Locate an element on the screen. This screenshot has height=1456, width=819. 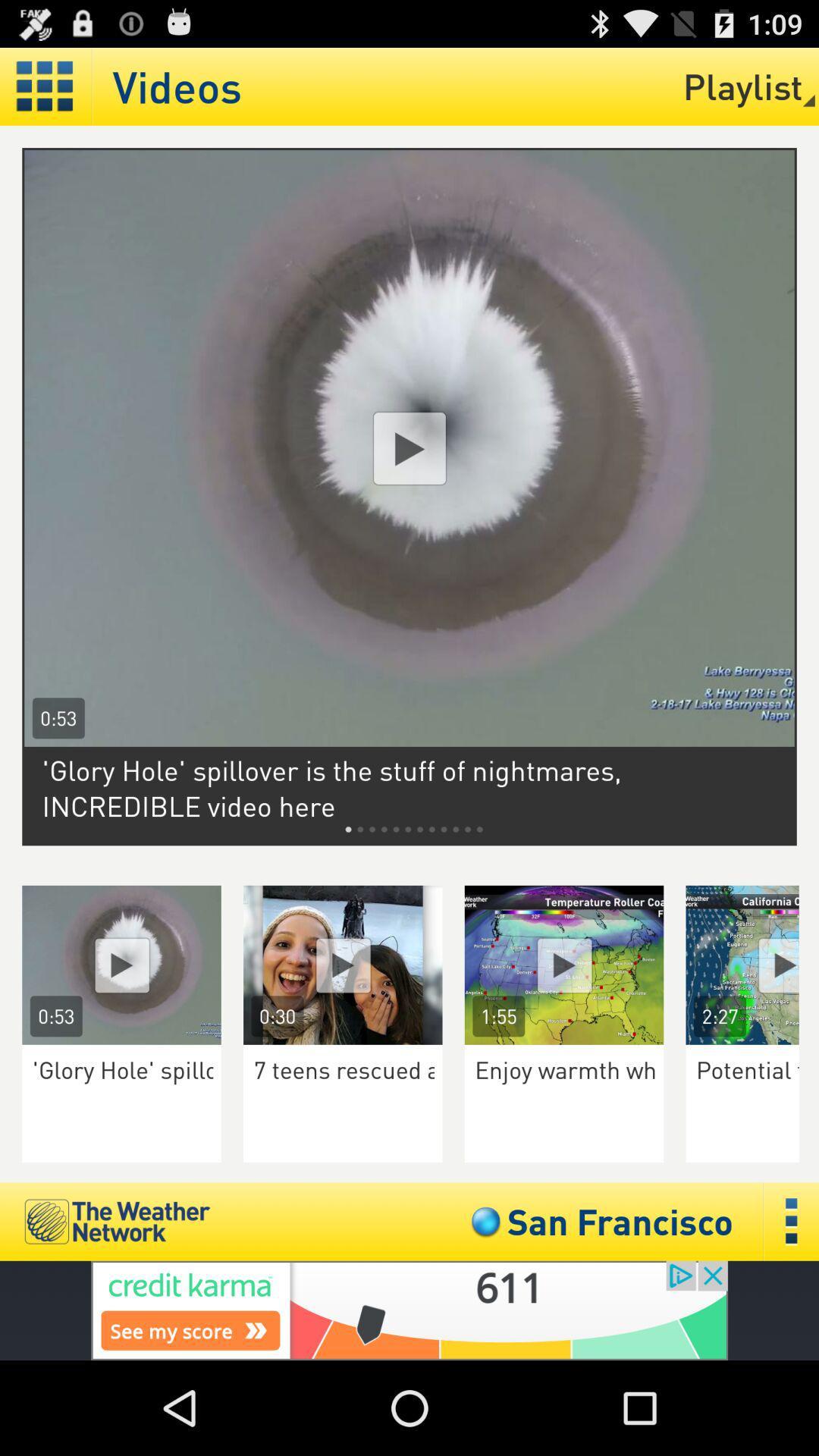
menu button is located at coordinates (791, 1222).